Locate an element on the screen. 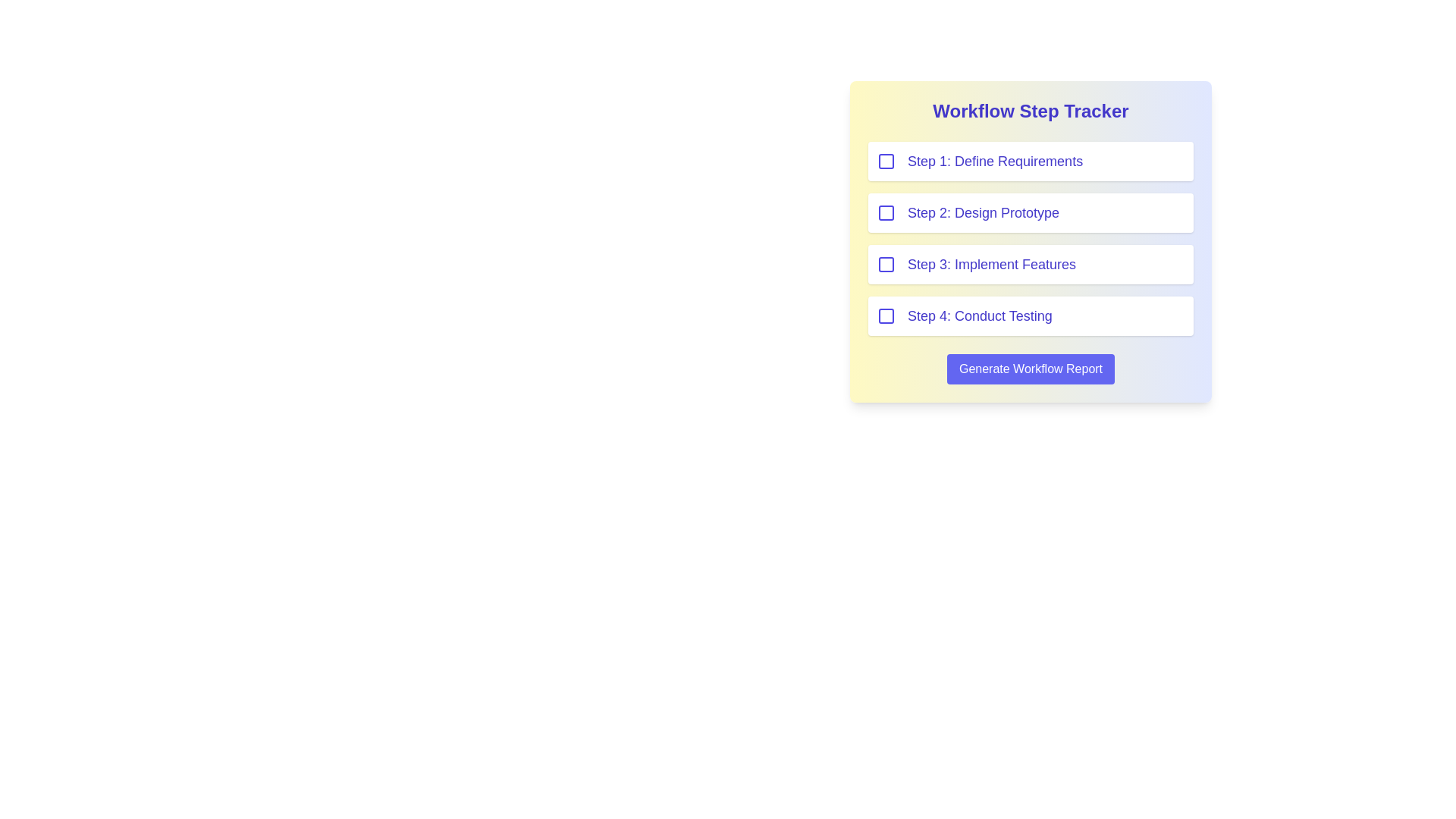 Image resolution: width=1456 pixels, height=819 pixels. the text label that reads 'Step 4: Conduct Testing', which is styled in a large indigo font and is part of a workflow steps list is located at coordinates (980, 315).